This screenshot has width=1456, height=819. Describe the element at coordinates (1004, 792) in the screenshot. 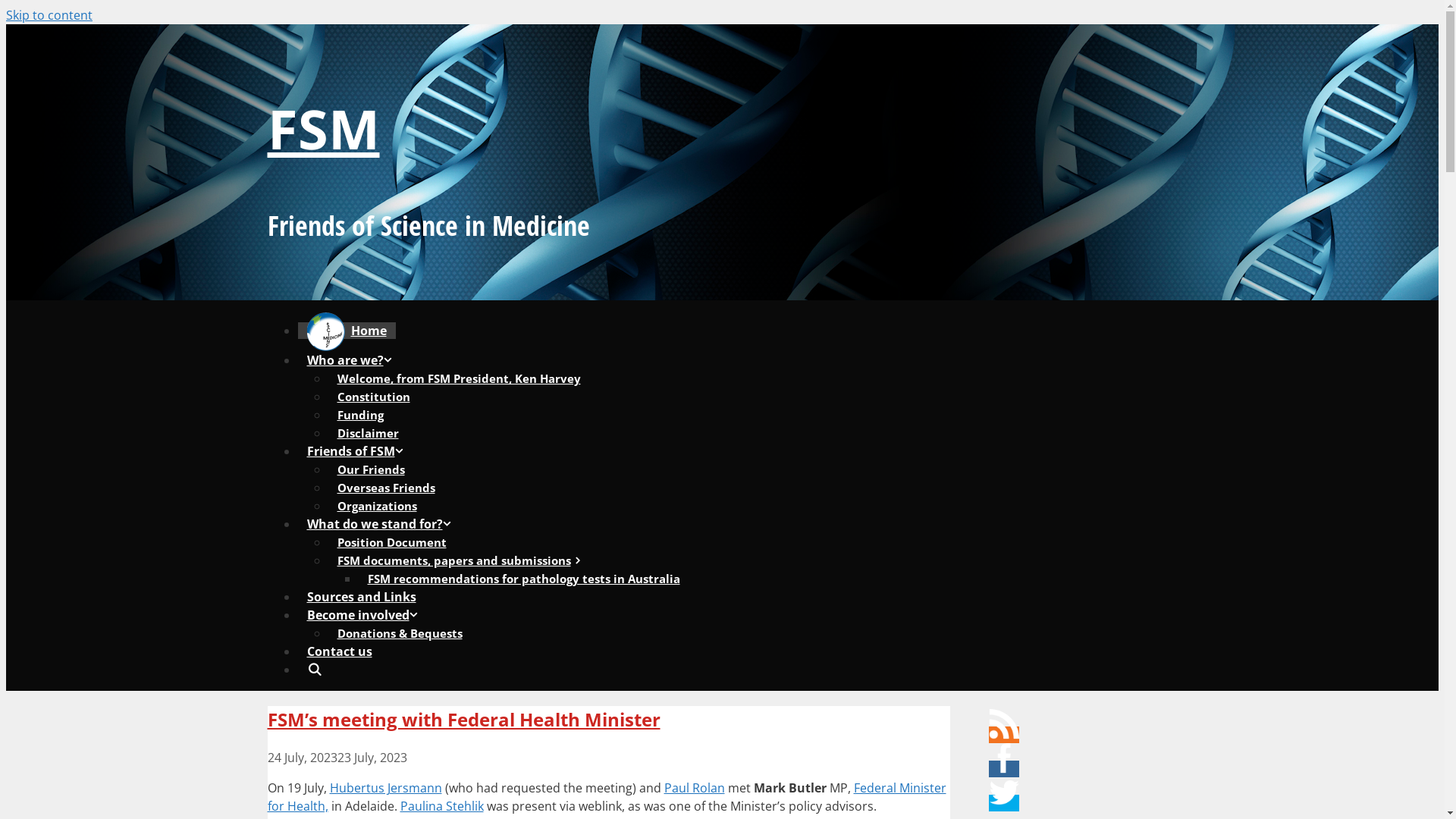

I see `'Twitter'` at that location.